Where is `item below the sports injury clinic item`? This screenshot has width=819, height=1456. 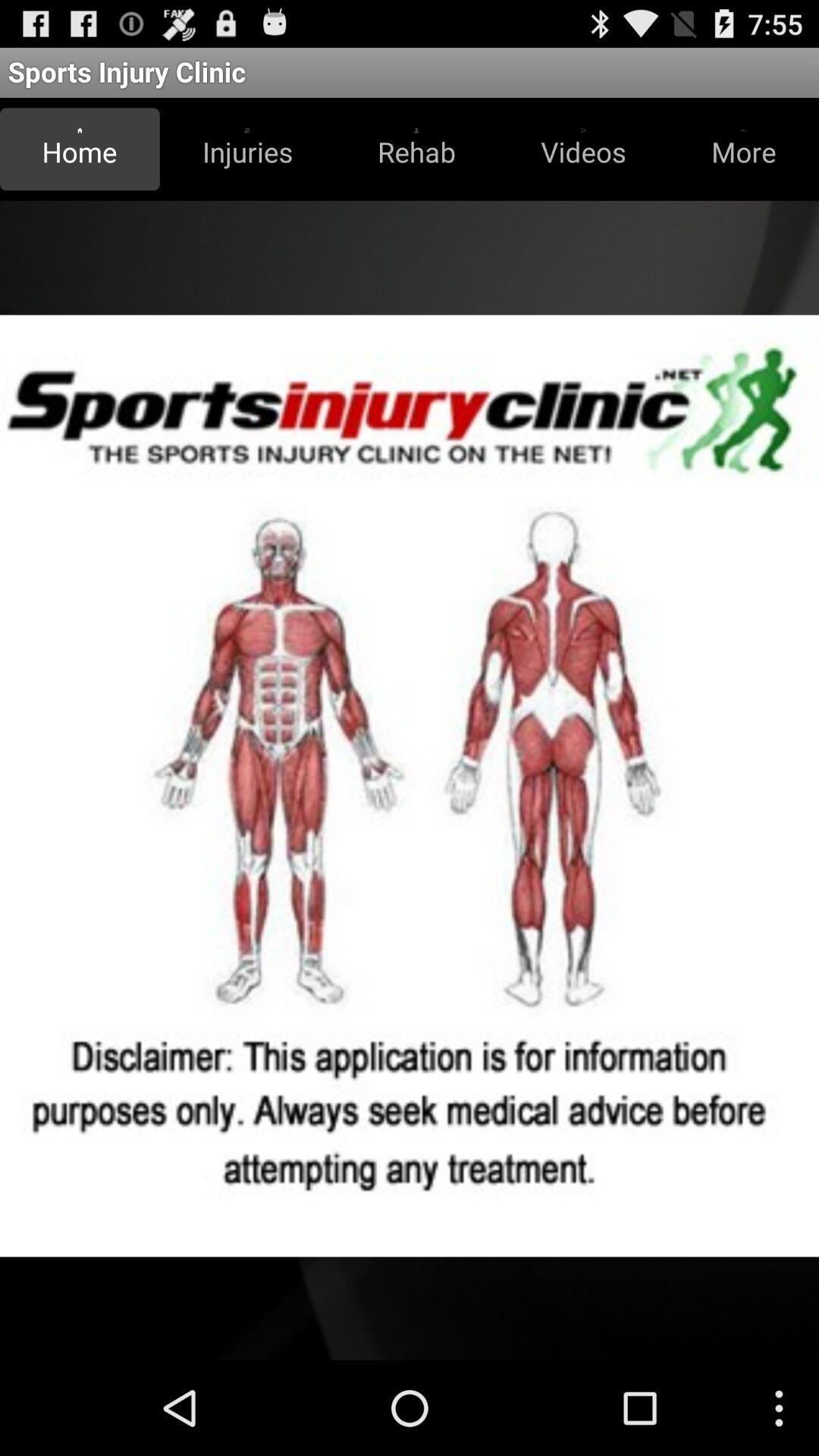
item below the sports injury clinic item is located at coordinates (742, 149).